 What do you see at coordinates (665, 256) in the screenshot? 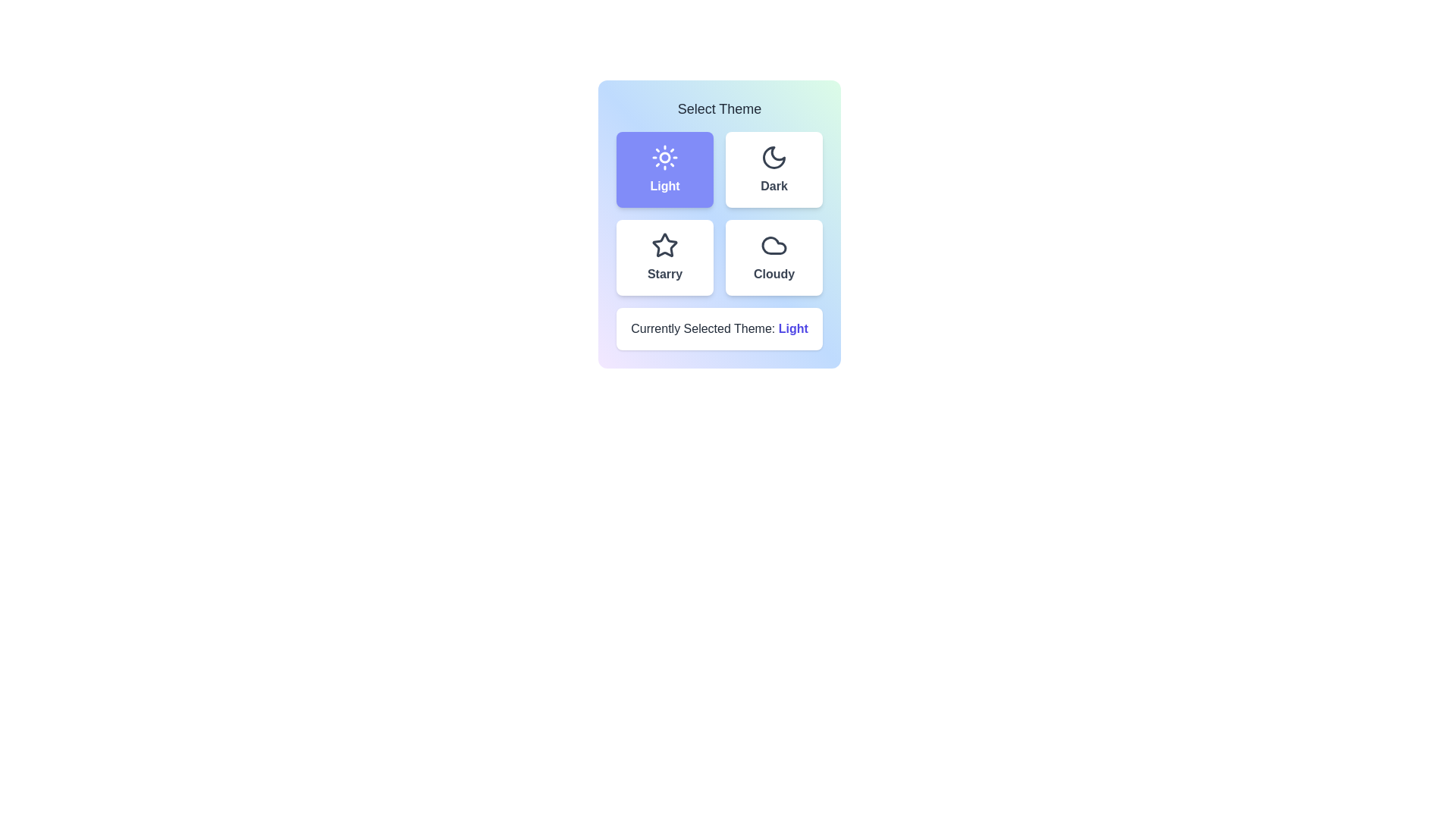
I see `the theme Starry by clicking on its button` at bounding box center [665, 256].